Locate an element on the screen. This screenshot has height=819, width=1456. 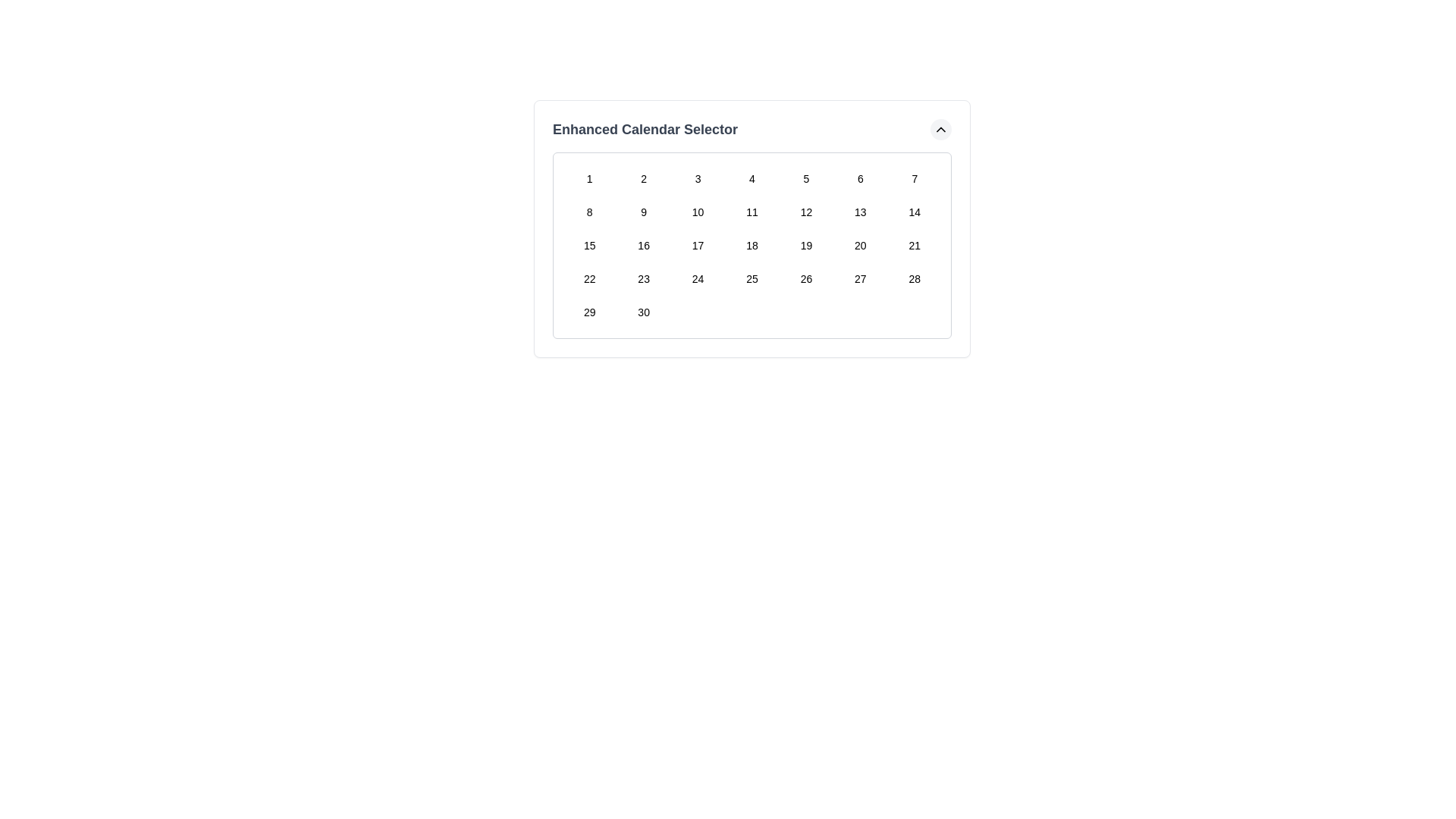
the small square button displaying the number '25' in the Enhanced Calendar Selector interface is located at coordinates (752, 278).